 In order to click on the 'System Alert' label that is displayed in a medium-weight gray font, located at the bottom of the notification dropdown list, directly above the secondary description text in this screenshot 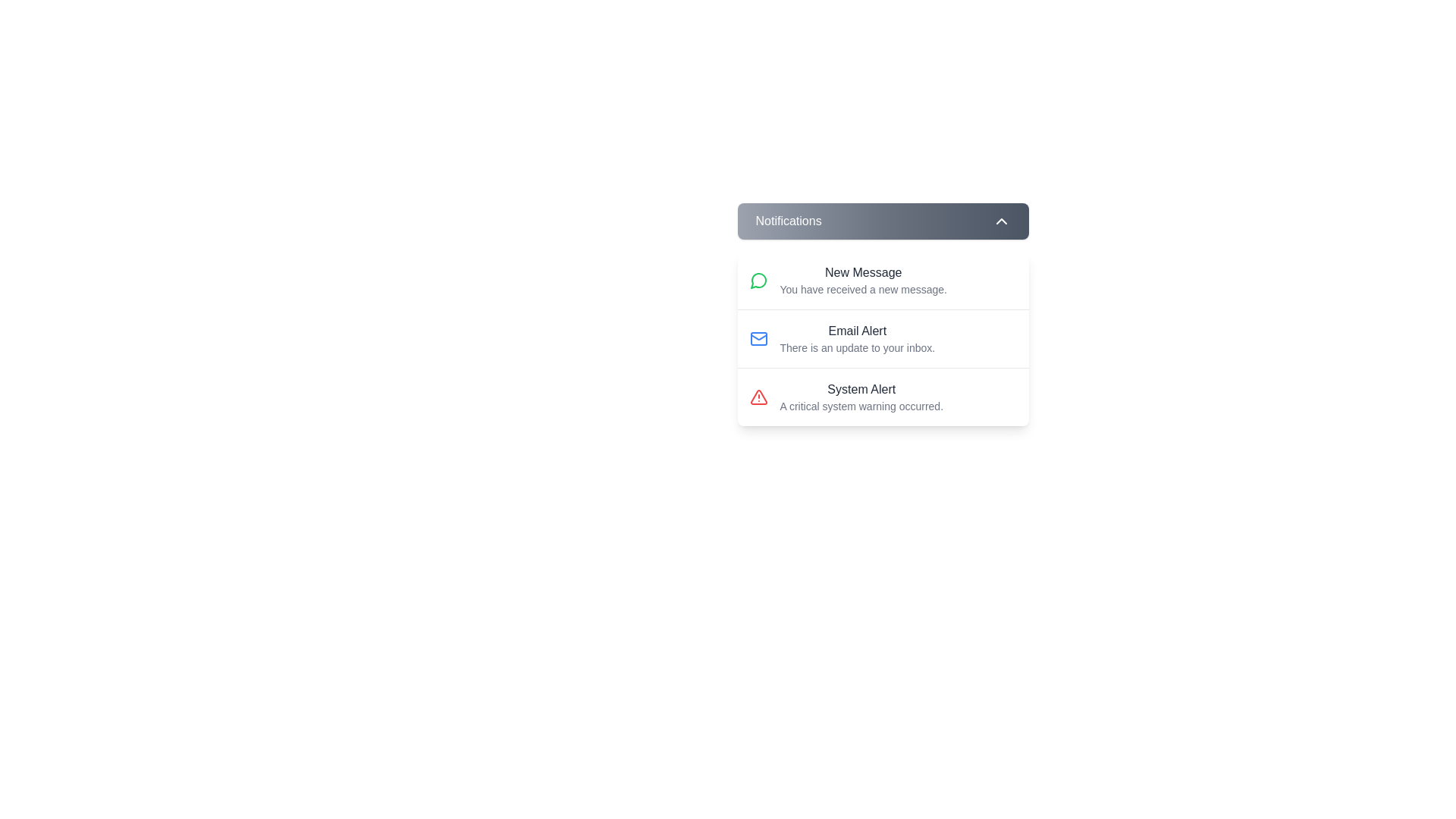, I will do `click(861, 388)`.